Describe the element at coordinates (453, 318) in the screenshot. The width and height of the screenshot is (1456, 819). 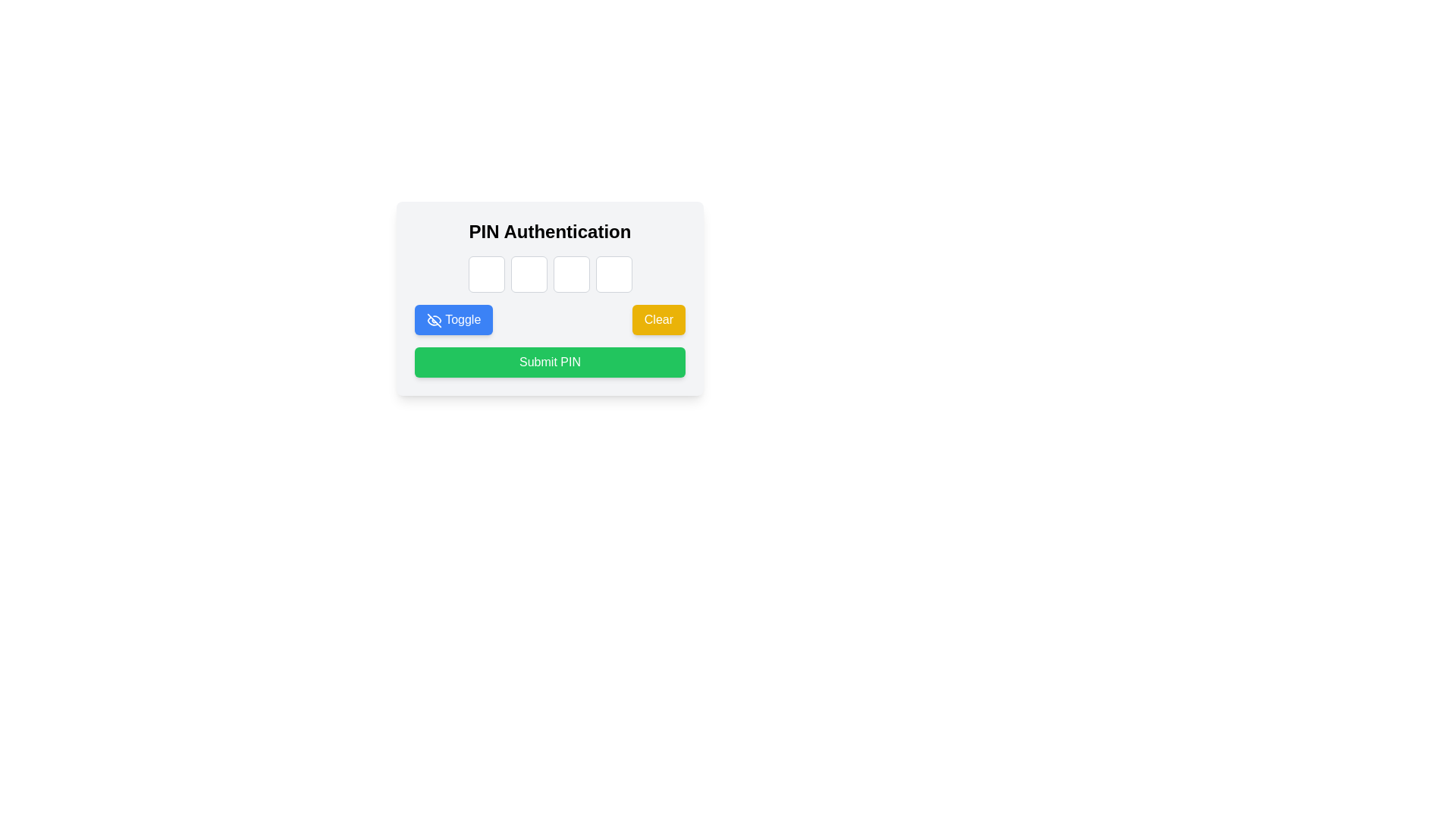
I see `the blue 'Toggle' button with white text and a crossed-out eye icon` at that location.